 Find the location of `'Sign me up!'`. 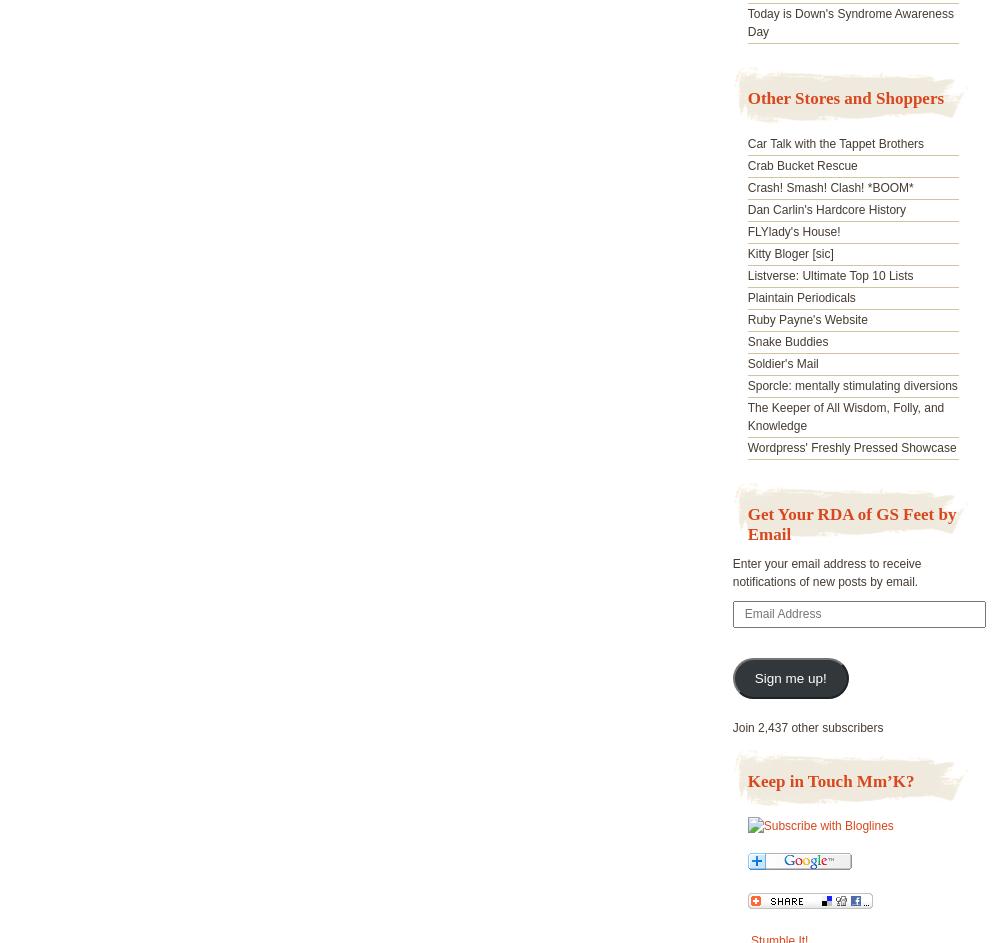

'Sign me up!' is located at coordinates (790, 677).